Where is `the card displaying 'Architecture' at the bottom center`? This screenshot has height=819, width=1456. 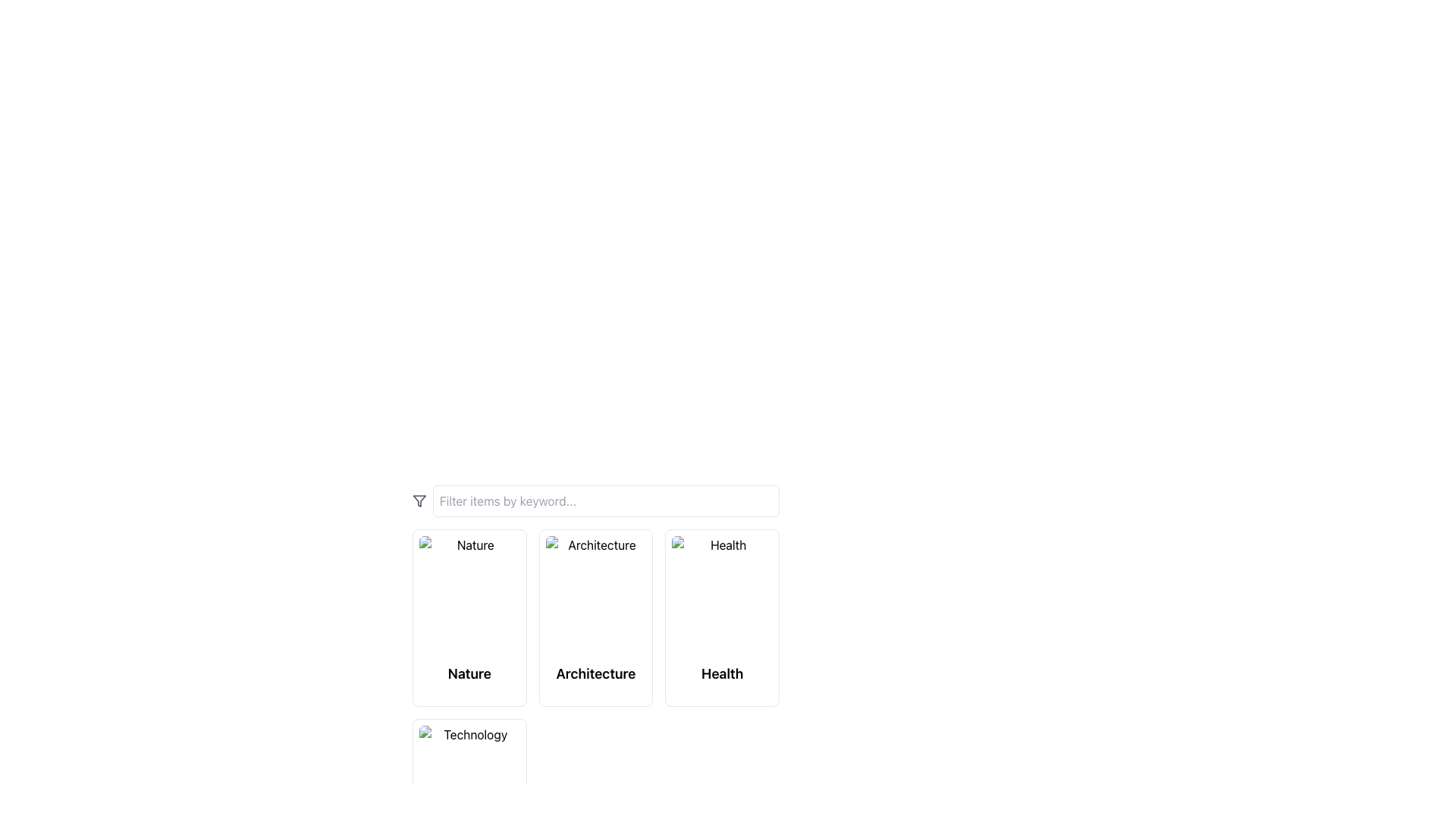 the card displaying 'Architecture' at the bottom center is located at coordinates (595, 620).